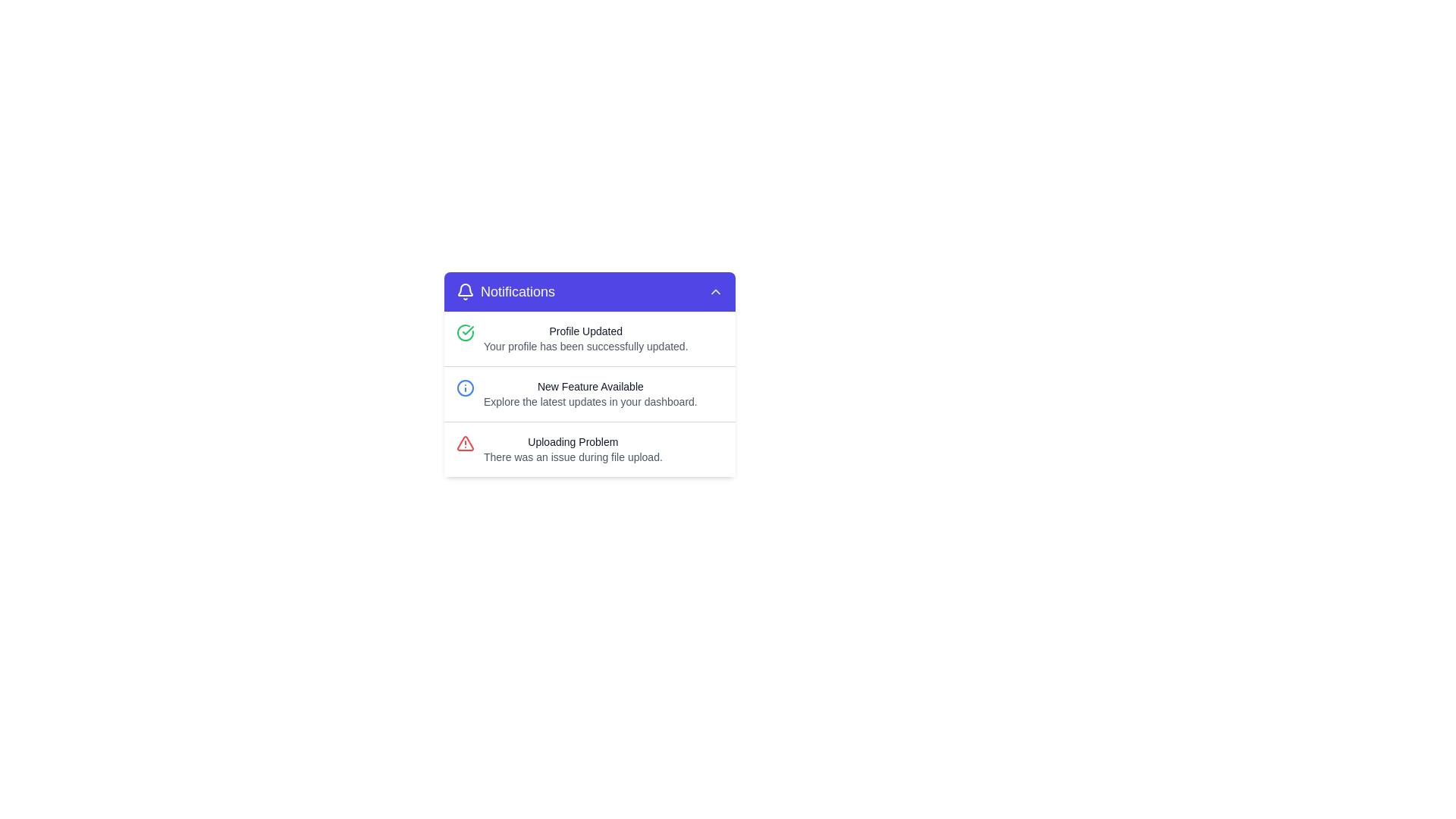 This screenshot has height=819, width=1456. Describe the element at coordinates (585, 338) in the screenshot. I see `the 'Profile Updated' text display component, which is the first notification item in the list, indicating a successful profile update` at that location.